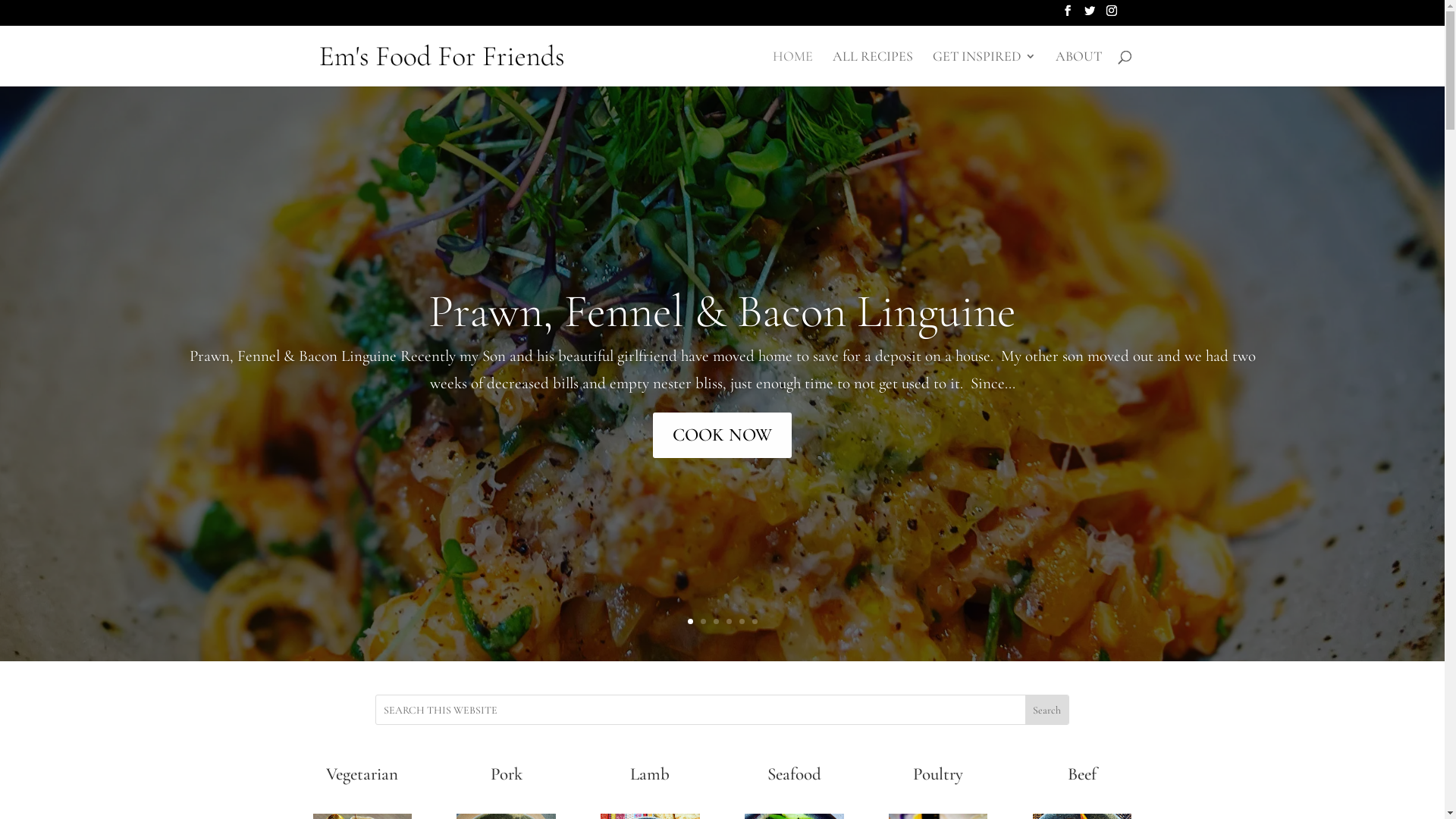 Image resolution: width=1456 pixels, height=819 pixels. What do you see at coordinates (984, 67) in the screenshot?
I see `'GET INSPIRED'` at bounding box center [984, 67].